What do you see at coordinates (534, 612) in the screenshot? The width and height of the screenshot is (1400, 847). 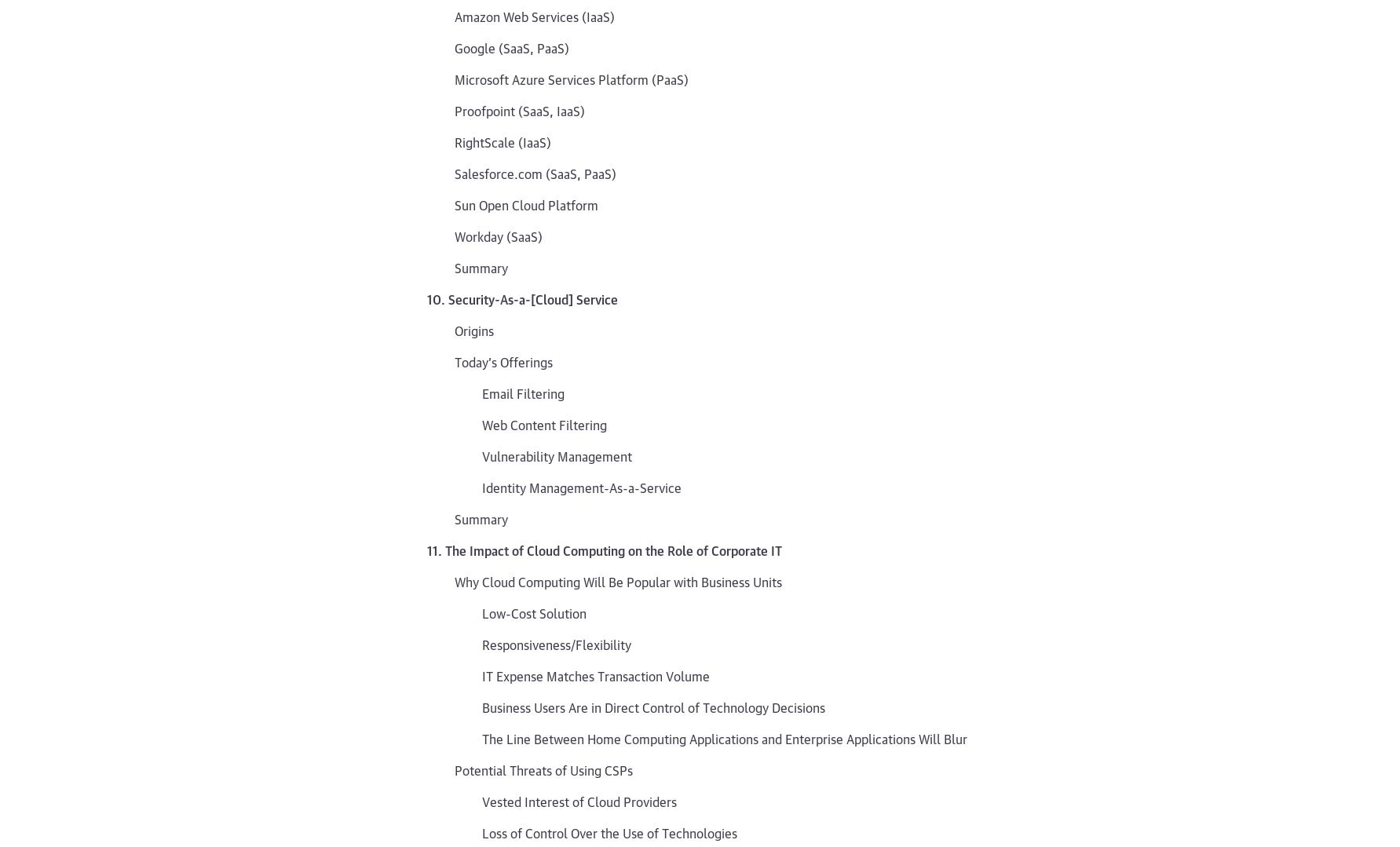 I see `'Low-Cost Solution'` at bounding box center [534, 612].